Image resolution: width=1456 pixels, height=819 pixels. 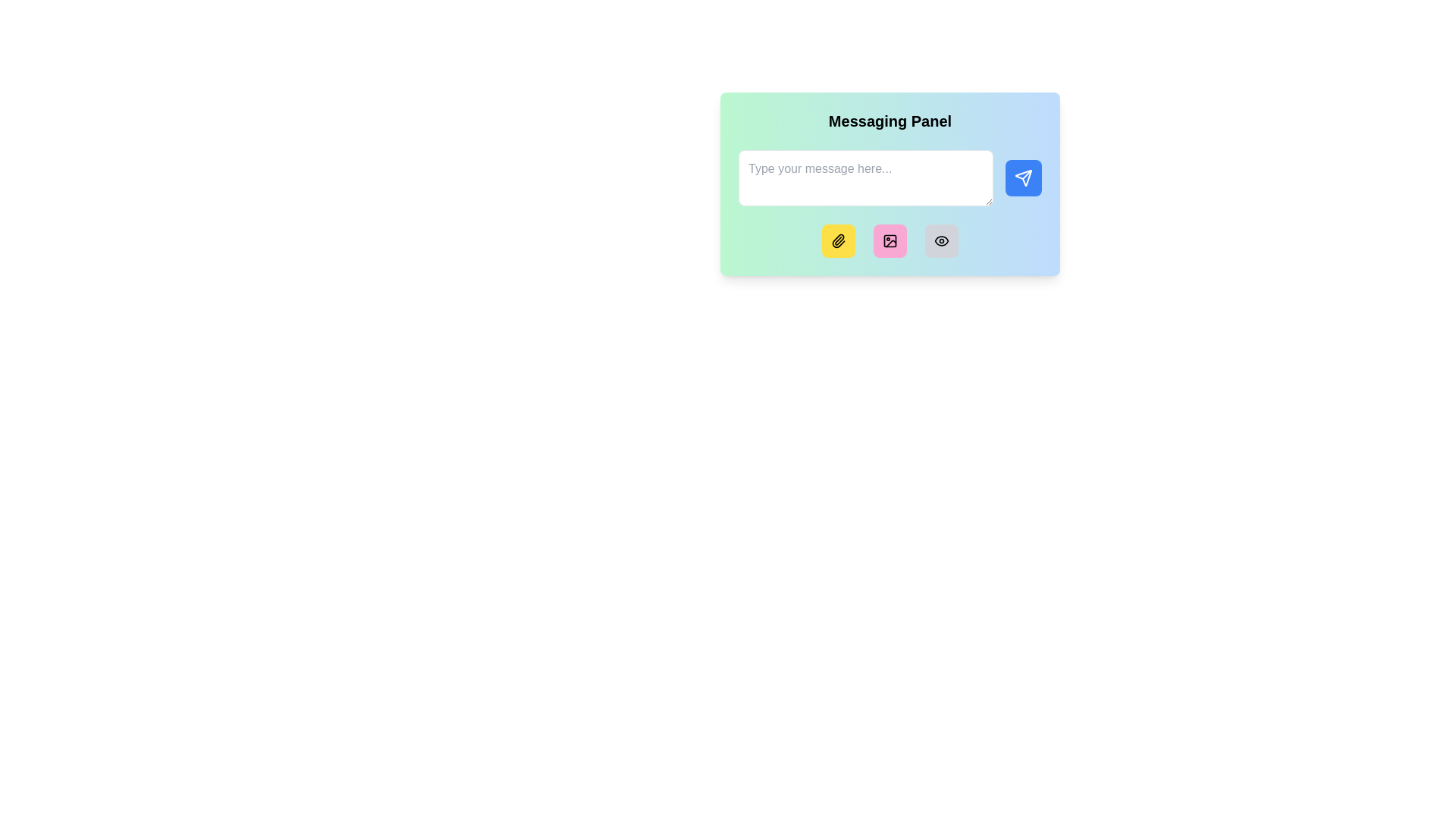 I want to click on the send icon graphic located in the bottom-right region of the Messaging Panel interface to send a message, so click(x=1027, y=174).